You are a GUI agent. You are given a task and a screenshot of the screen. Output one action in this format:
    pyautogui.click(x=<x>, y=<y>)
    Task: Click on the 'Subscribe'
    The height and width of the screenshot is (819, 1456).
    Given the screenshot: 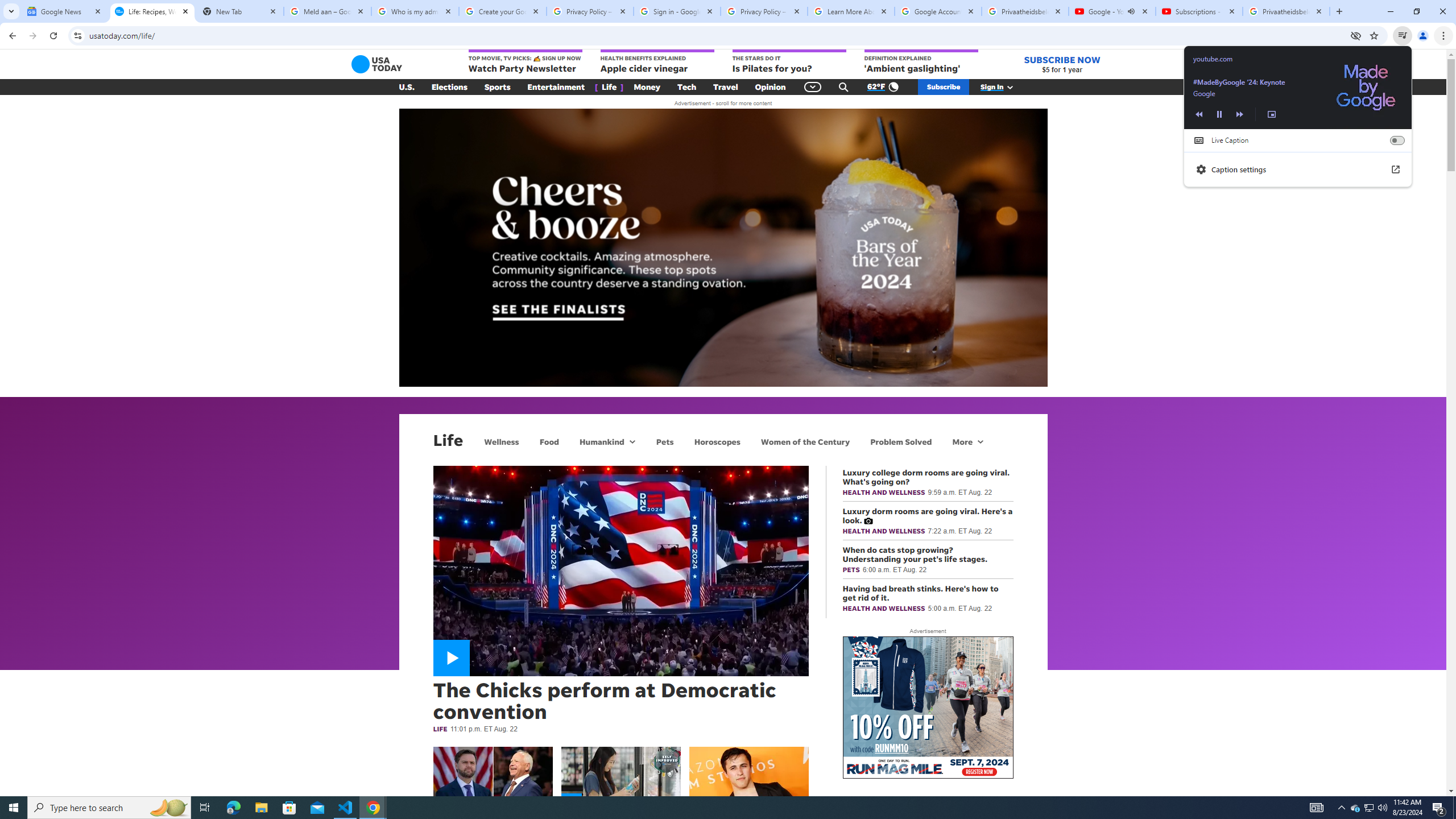 What is the action you would take?
    pyautogui.click(x=943, y=87)
    